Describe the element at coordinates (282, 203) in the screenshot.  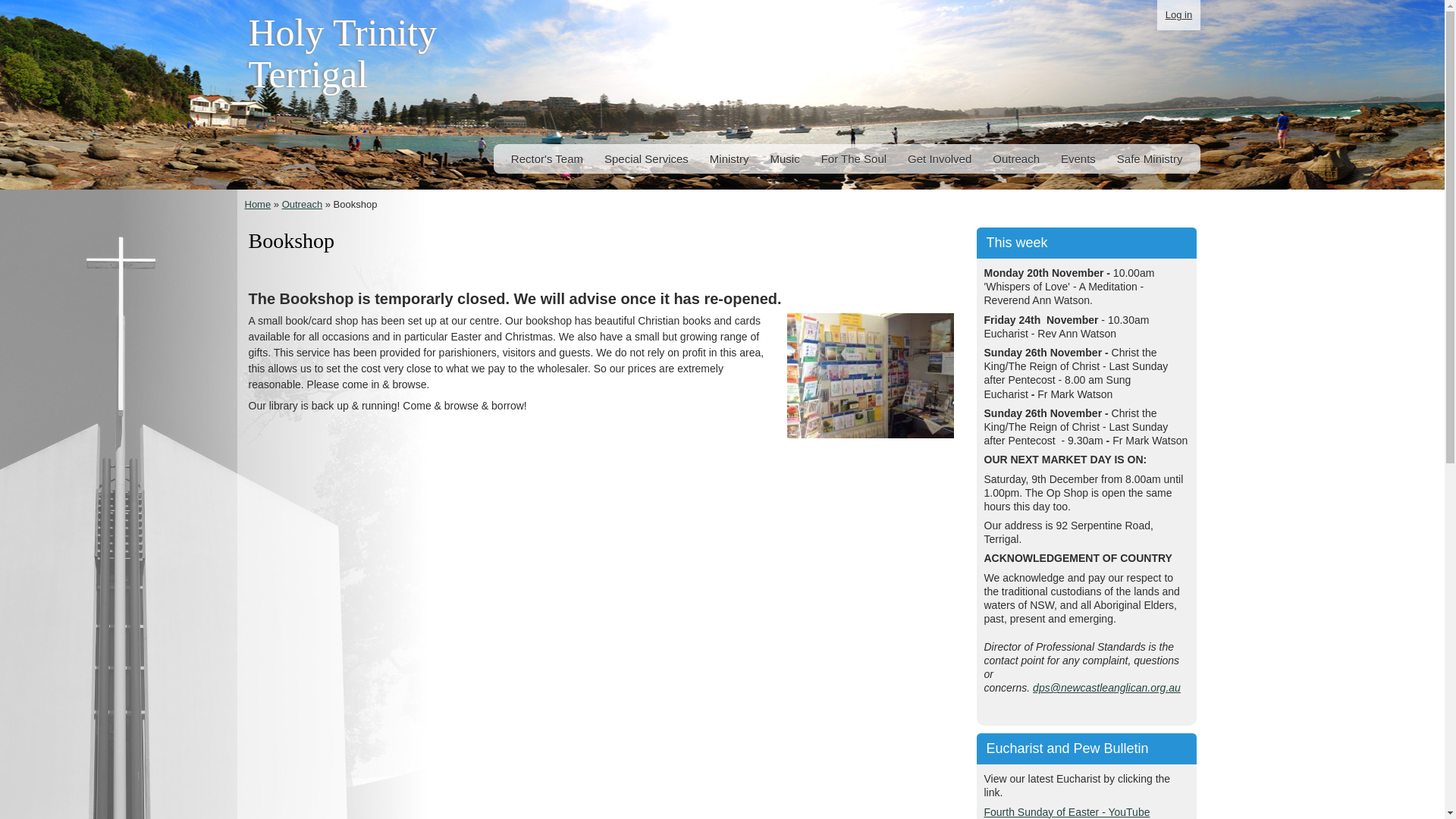
I see `'Outreach'` at that location.